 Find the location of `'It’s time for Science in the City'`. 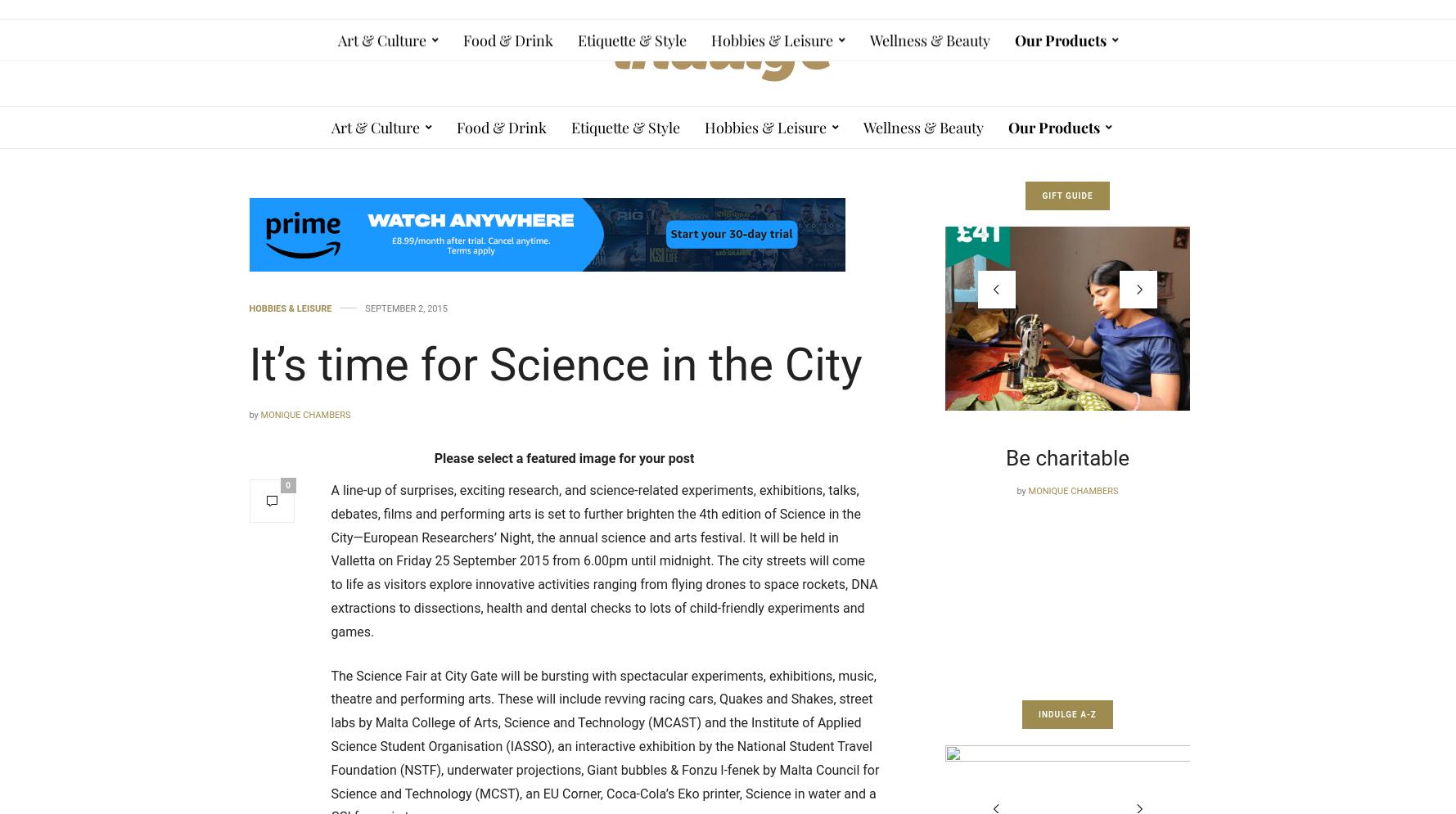

'It’s time for Science in the City' is located at coordinates (554, 363).